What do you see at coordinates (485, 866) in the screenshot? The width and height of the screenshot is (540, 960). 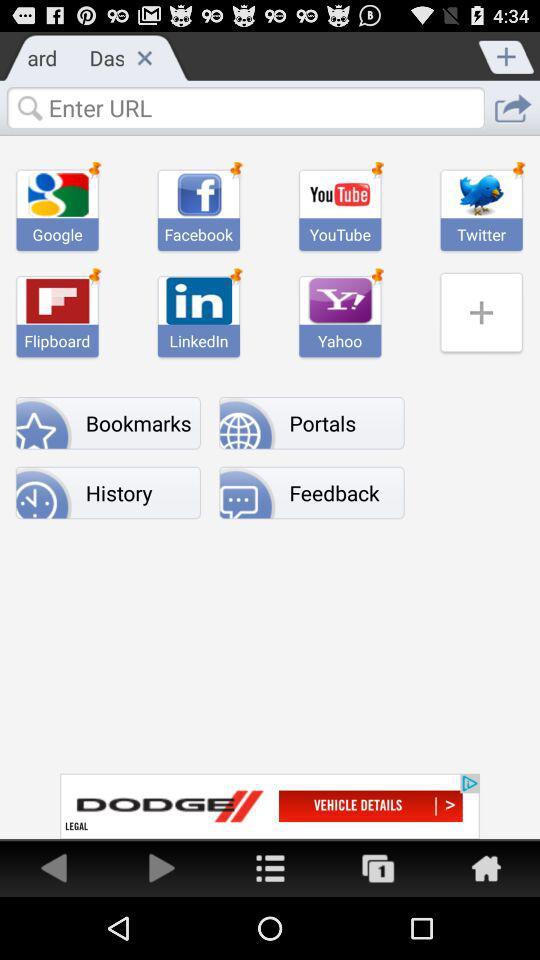 I see `the homepage` at bounding box center [485, 866].